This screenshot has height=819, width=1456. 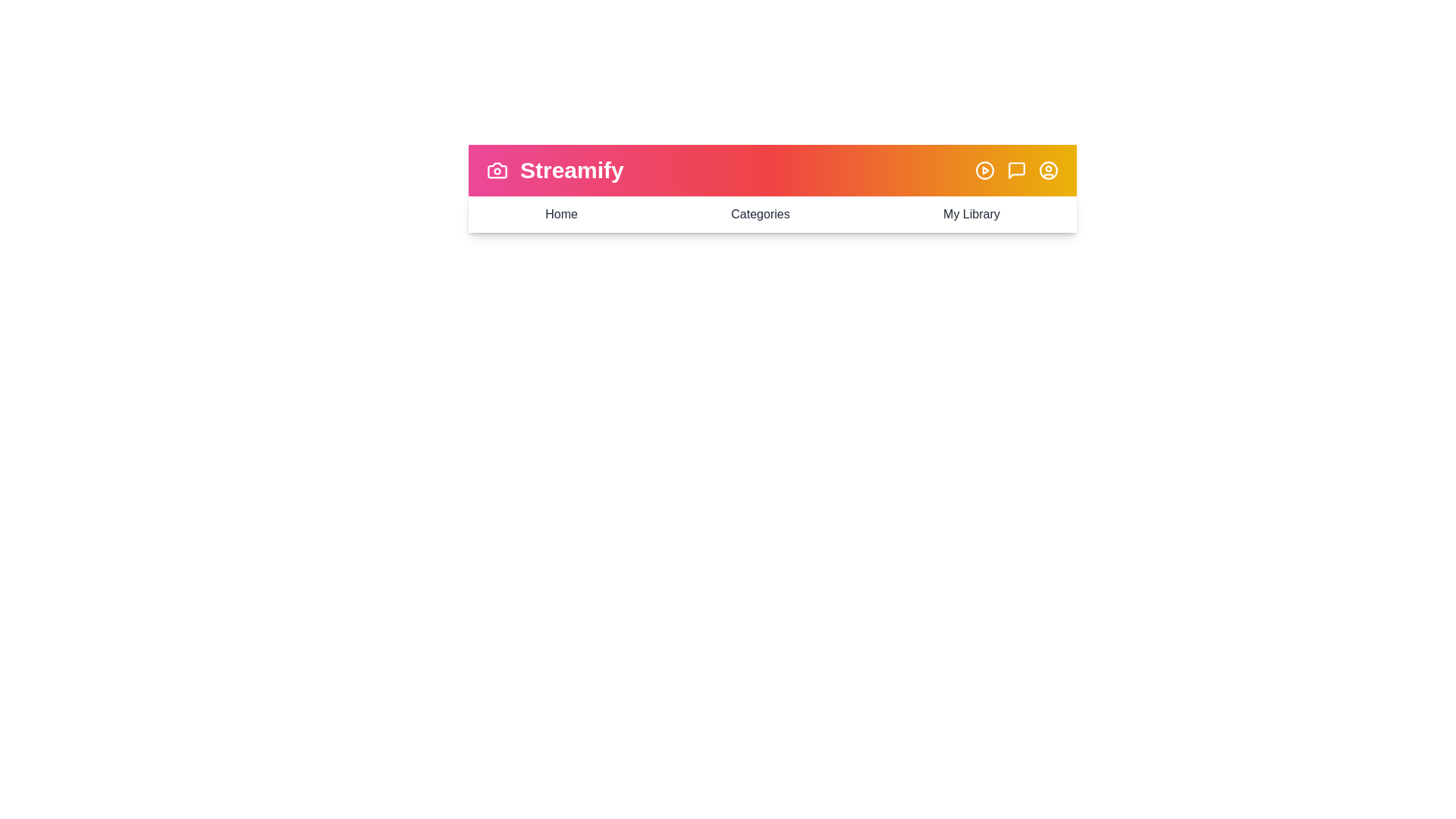 What do you see at coordinates (560, 214) in the screenshot?
I see `the 'Home' menu item to navigate to the Home view` at bounding box center [560, 214].